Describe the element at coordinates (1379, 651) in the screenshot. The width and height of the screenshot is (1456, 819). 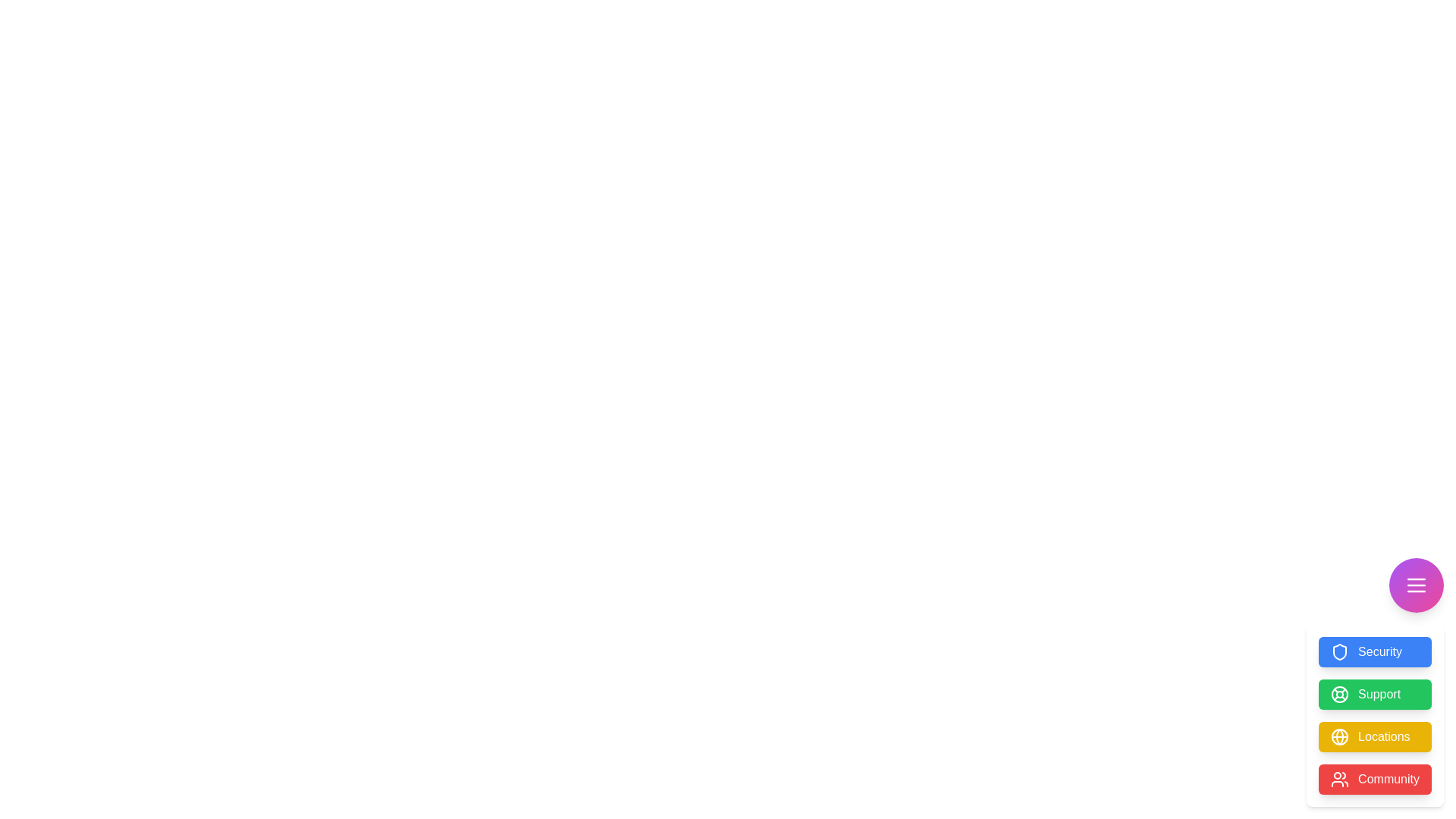
I see `the 'Security' text label located in the vertical menu near the bottom-right corner, adjacent to a shield icon` at that location.